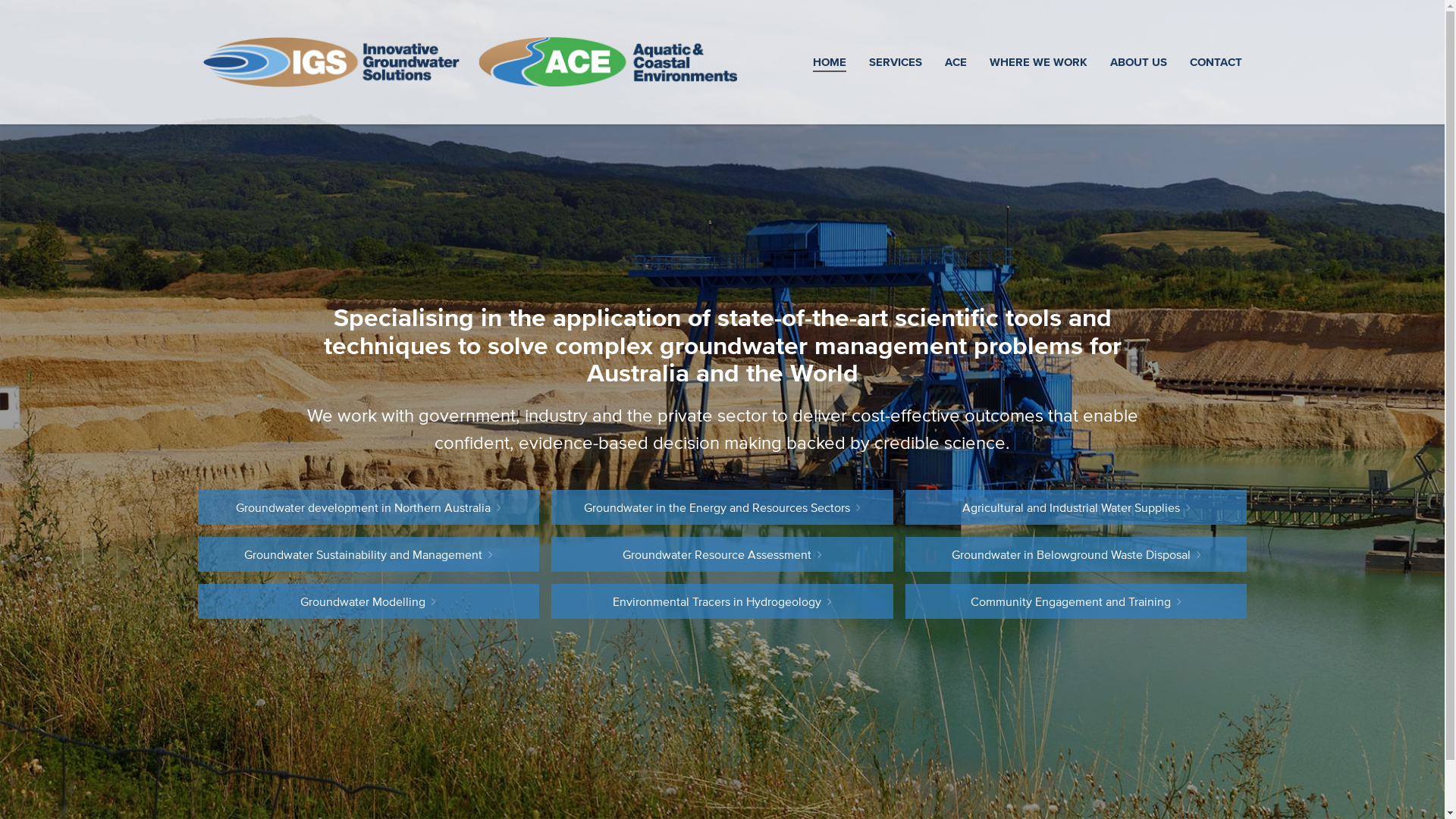 Image resolution: width=1456 pixels, height=819 pixels. What do you see at coordinates (954, 61) in the screenshot?
I see `'ACE'` at bounding box center [954, 61].